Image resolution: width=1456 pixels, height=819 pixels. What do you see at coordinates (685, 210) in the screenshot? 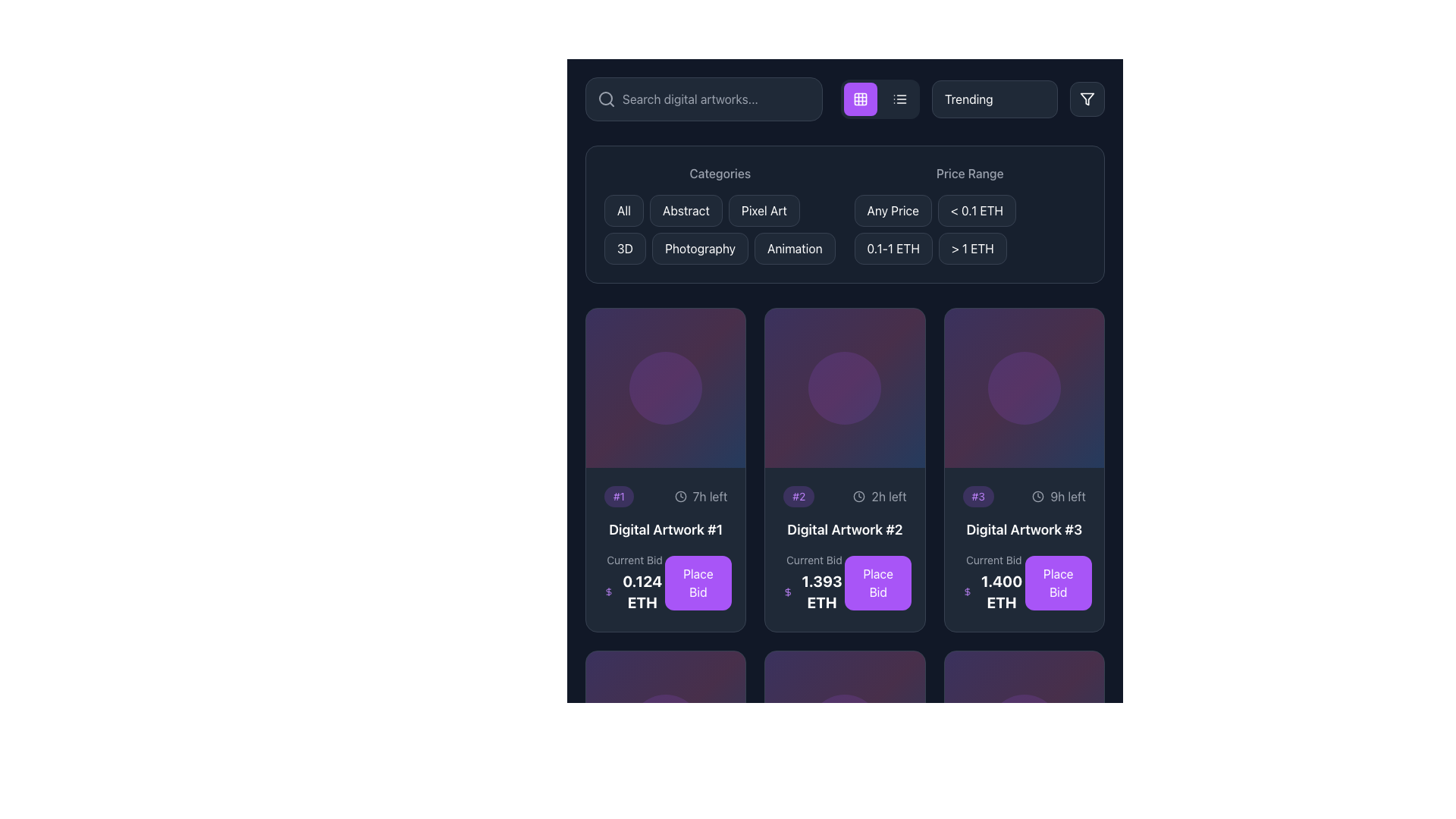
I see `the second button in the horizontal row of category buttons to filter the displayed items to show only those related to the 'Abstract' category` at bounding box center [685, 210].